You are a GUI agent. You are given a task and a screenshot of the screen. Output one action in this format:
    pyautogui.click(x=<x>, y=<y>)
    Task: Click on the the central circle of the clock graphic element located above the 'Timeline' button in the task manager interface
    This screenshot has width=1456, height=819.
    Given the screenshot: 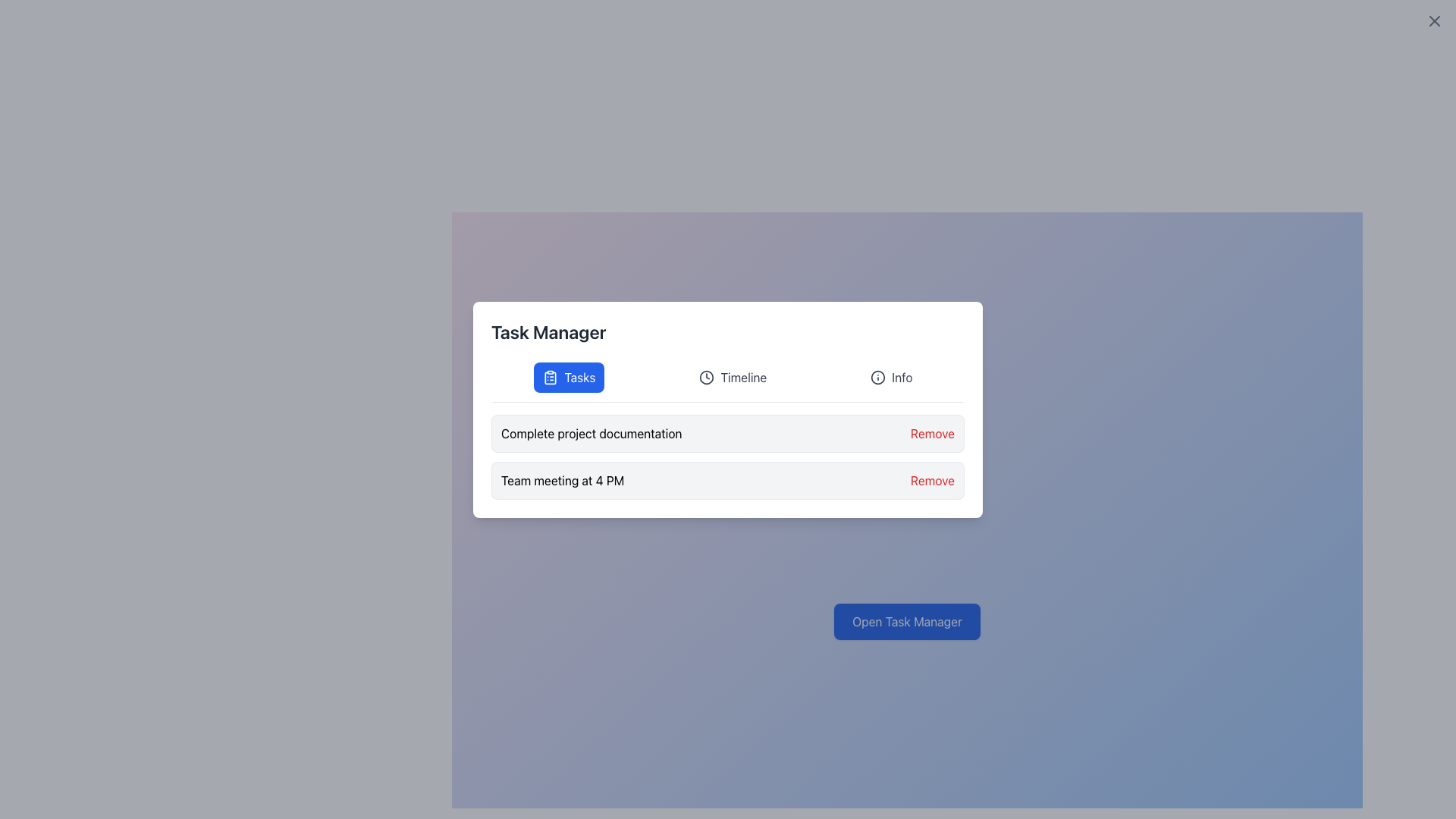 What is the action you would take?
    pyautogui.click(x=706, y=376)
    